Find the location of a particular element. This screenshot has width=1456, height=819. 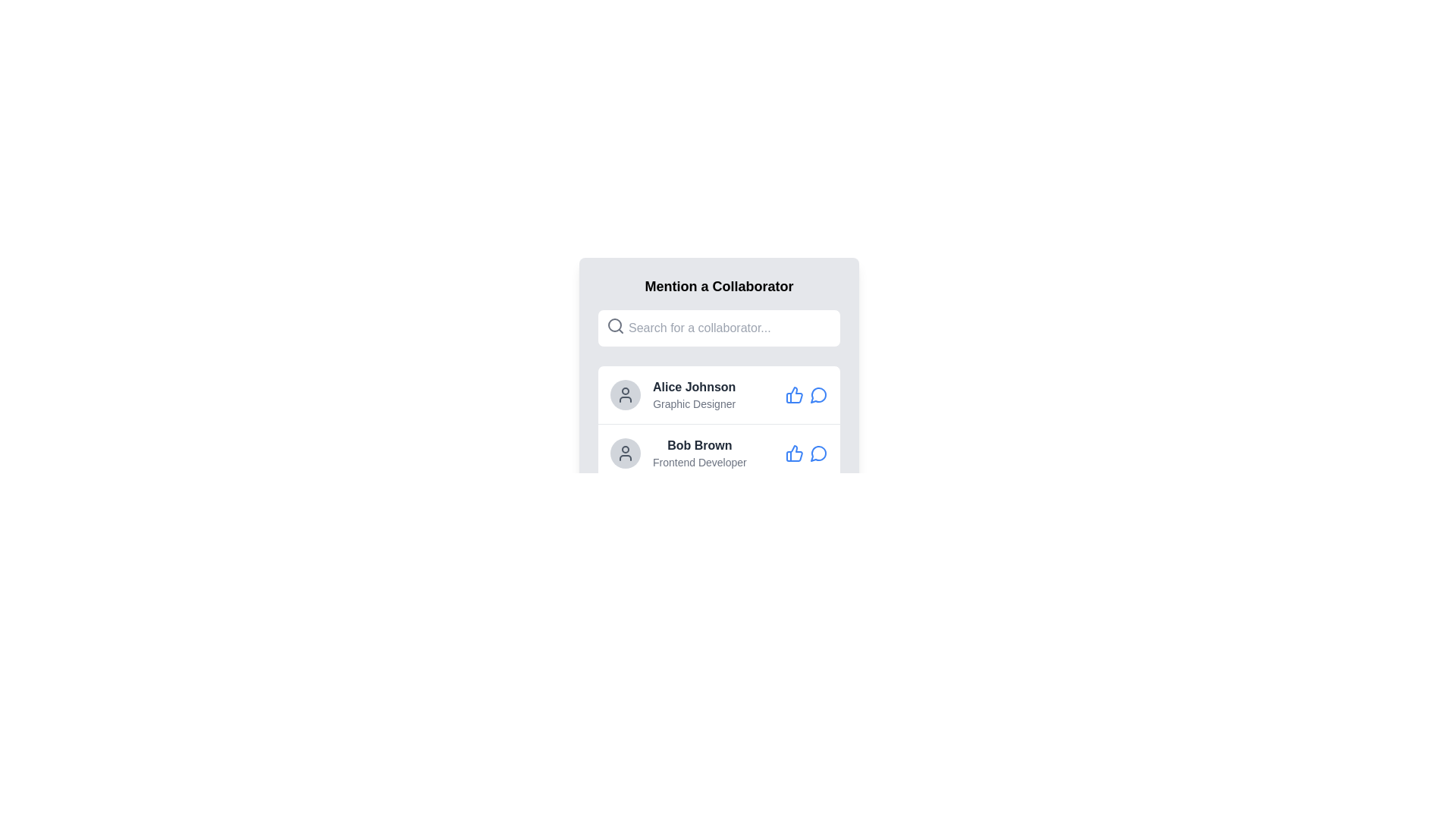

the approval icon located on the right side of the row associated with Alice Johnson, next to the message bubble icon is located at coordinates (793, 394).